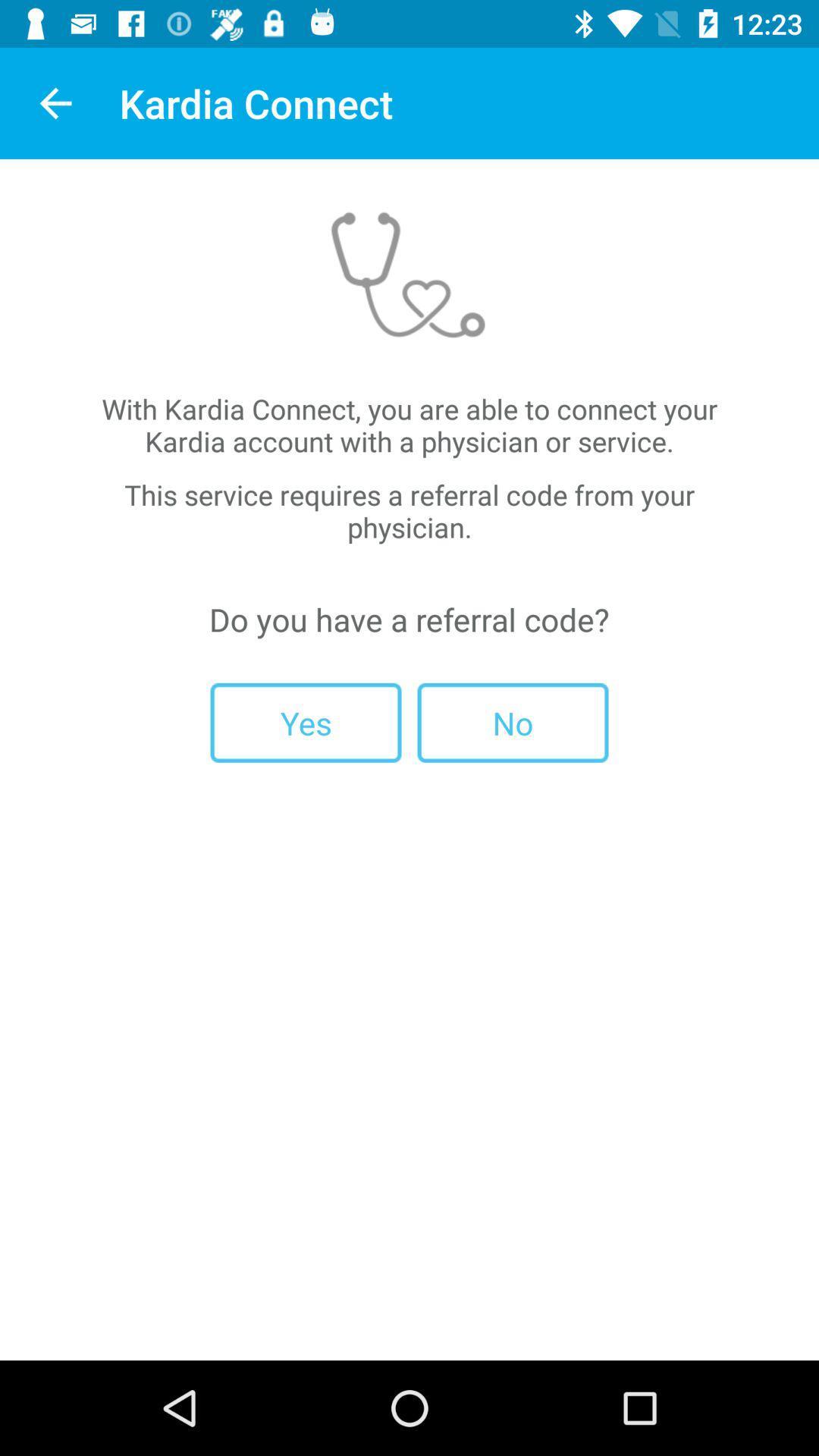 This screenshot has width=819, height=1456. What do you see at coordinates (306, 722) in the screenshot?
I see `the icon below do you have icon` at bounding box center [306, 722].